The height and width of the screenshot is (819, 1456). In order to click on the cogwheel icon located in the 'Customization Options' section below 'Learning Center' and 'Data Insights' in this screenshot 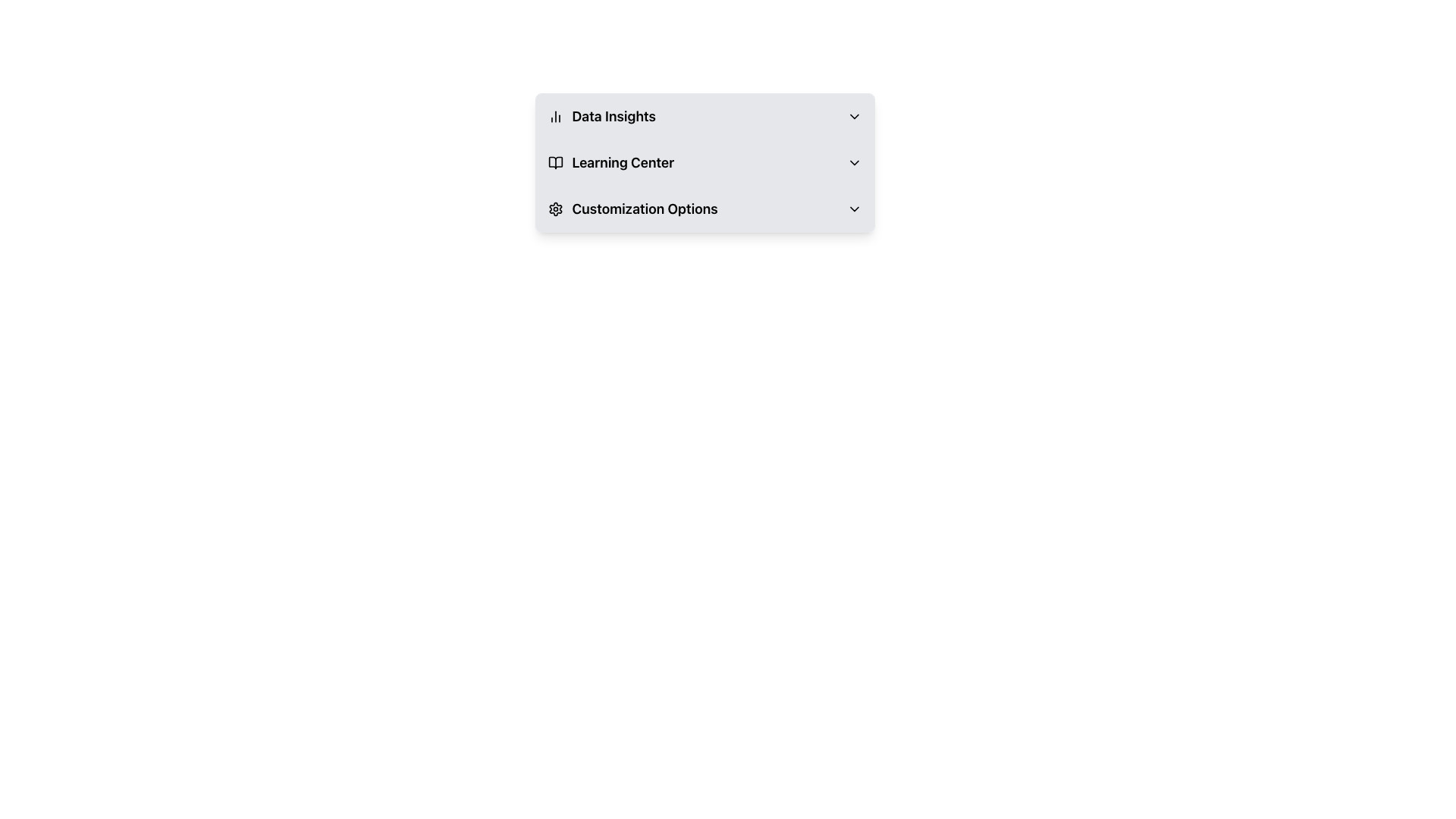, I will do `click(554, 209)`.